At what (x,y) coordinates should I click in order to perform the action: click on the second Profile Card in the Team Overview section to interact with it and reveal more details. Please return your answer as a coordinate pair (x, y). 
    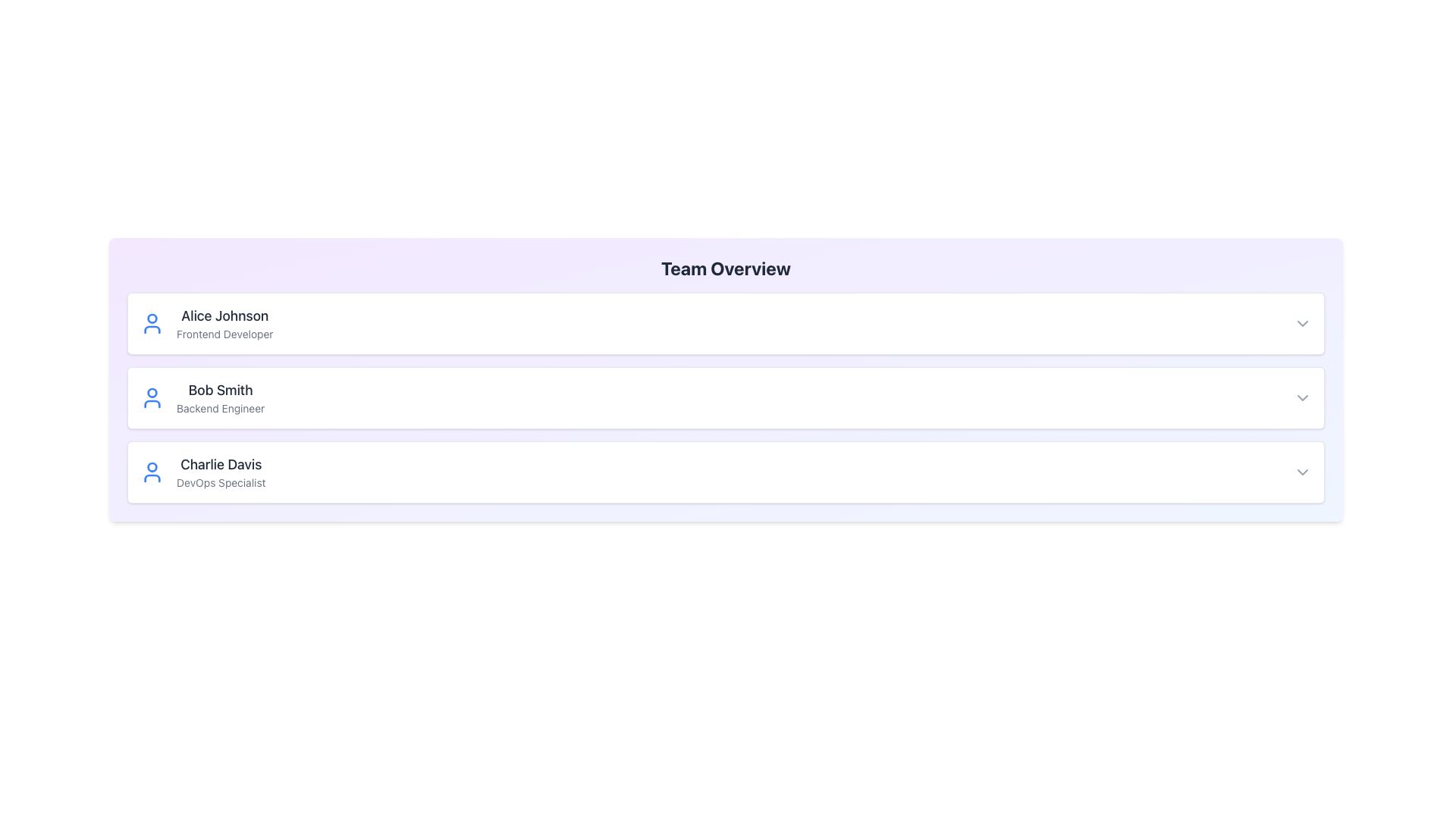
    Looking at the image, I should click on (725, 397).